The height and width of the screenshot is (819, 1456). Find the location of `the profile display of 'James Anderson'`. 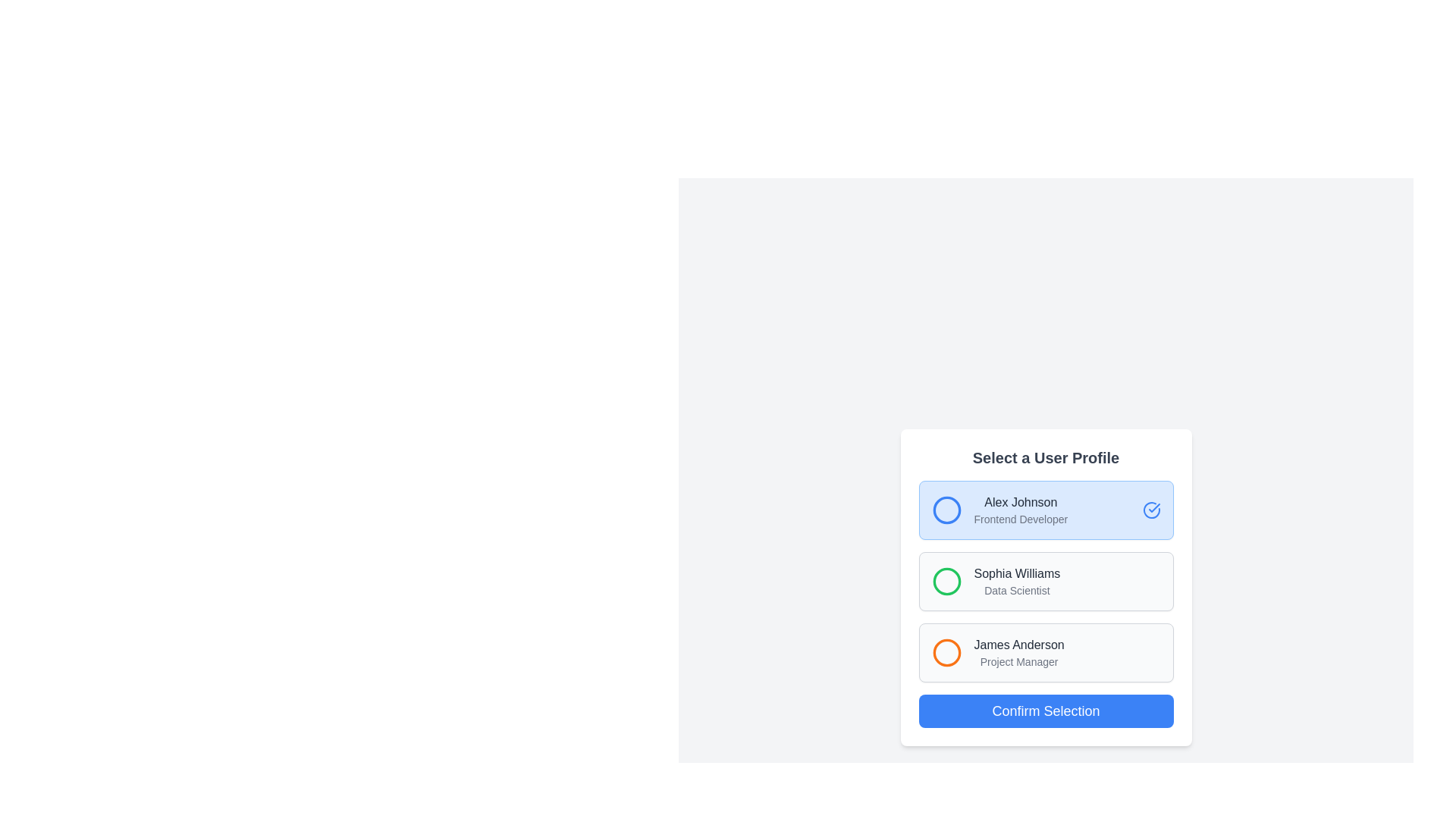

the profile display of 'James Anderson' is located at coordinates (1019, 651).